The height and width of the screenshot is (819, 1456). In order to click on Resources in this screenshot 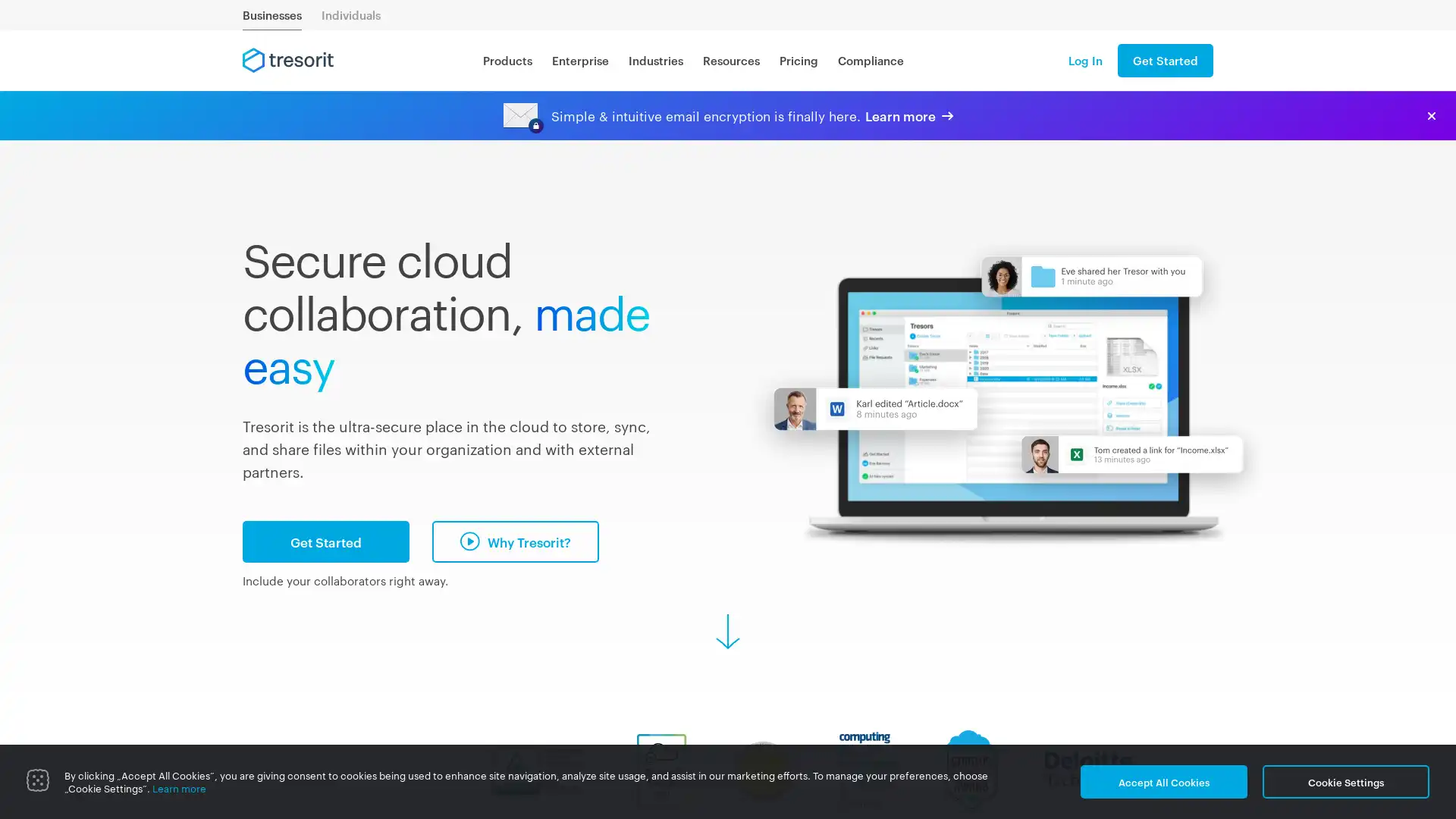, I will do `click(731, 60)`.